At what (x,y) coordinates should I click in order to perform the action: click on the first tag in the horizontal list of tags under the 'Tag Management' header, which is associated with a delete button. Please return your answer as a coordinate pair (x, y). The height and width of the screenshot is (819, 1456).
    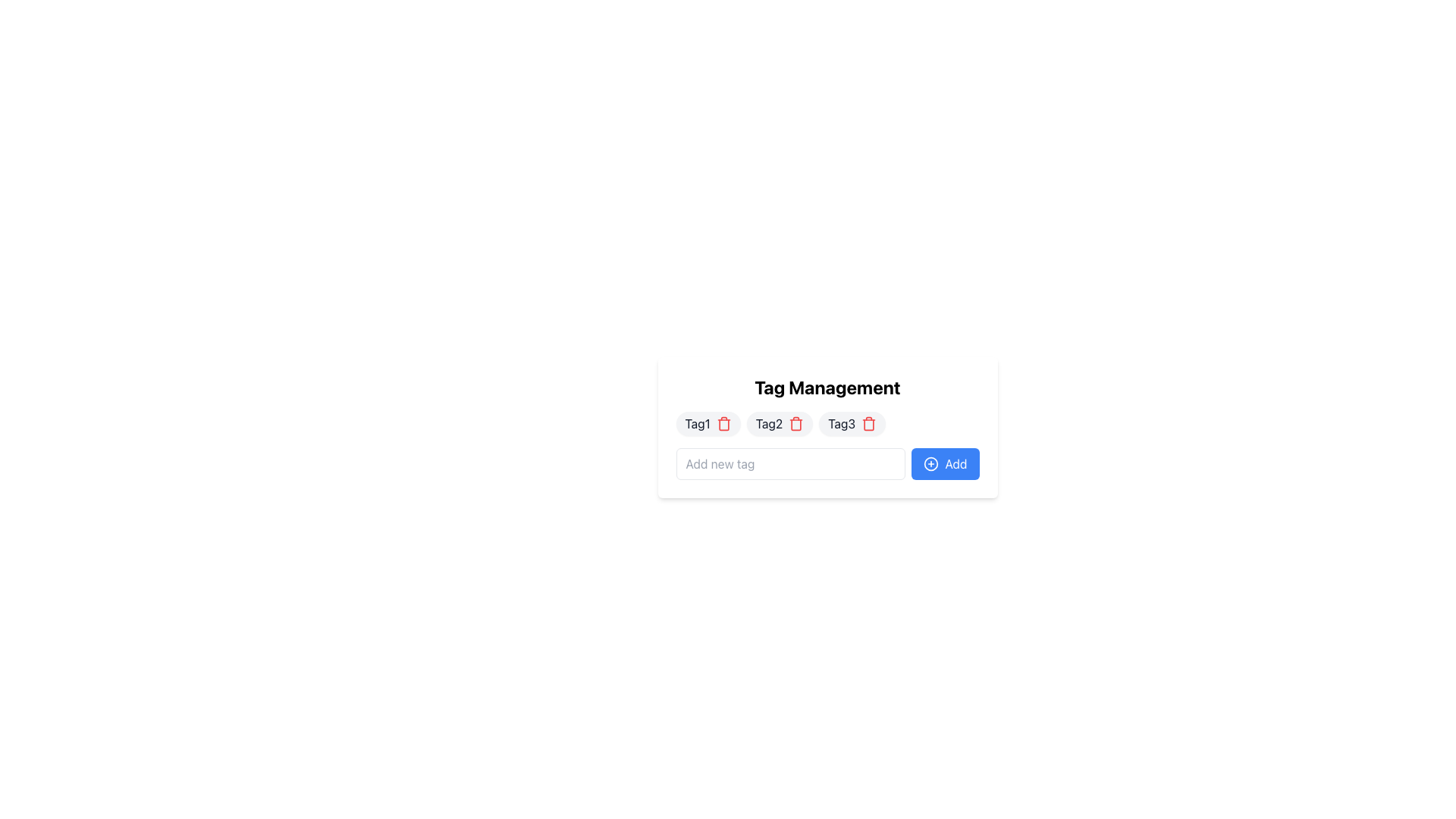
    Looking at the image, I should click on (708, 424).